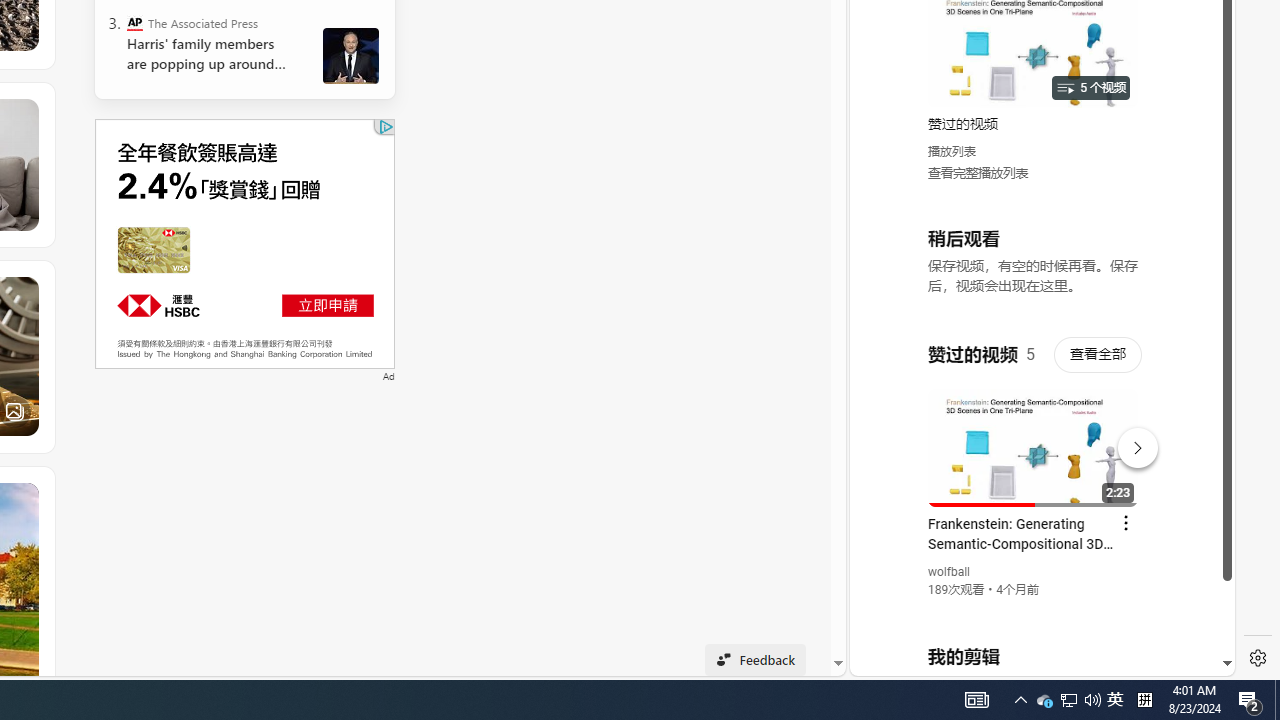 The width and height of the screenshot is (1280, 720). I want to click on 'Global web icon', so click(887, 431).